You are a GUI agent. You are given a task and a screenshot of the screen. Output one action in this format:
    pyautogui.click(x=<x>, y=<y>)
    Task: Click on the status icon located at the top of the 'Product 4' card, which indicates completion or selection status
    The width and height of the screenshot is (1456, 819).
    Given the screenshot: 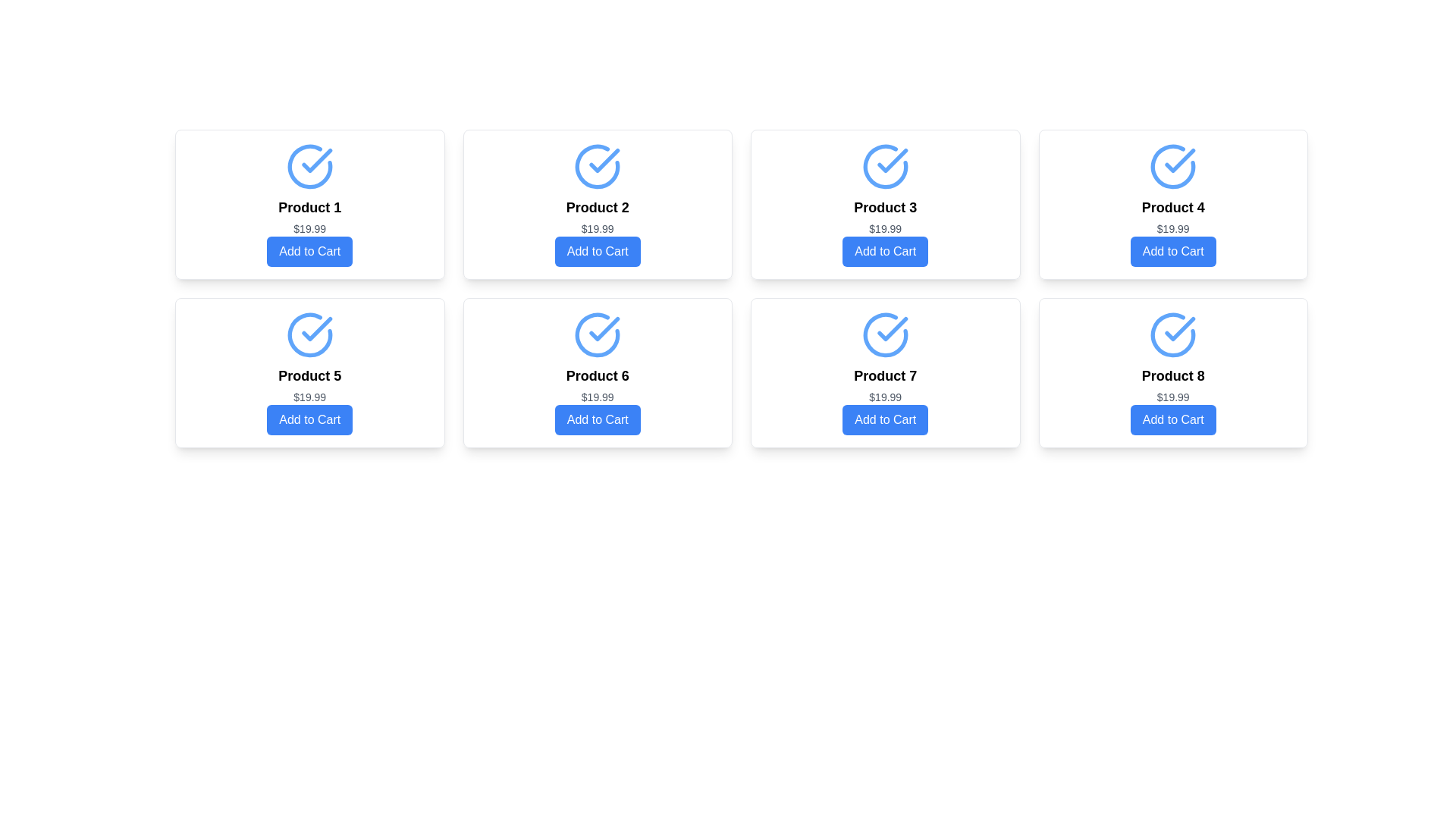 What is the action you would take?
    pyautogui.click(x=1172, y=166)
    